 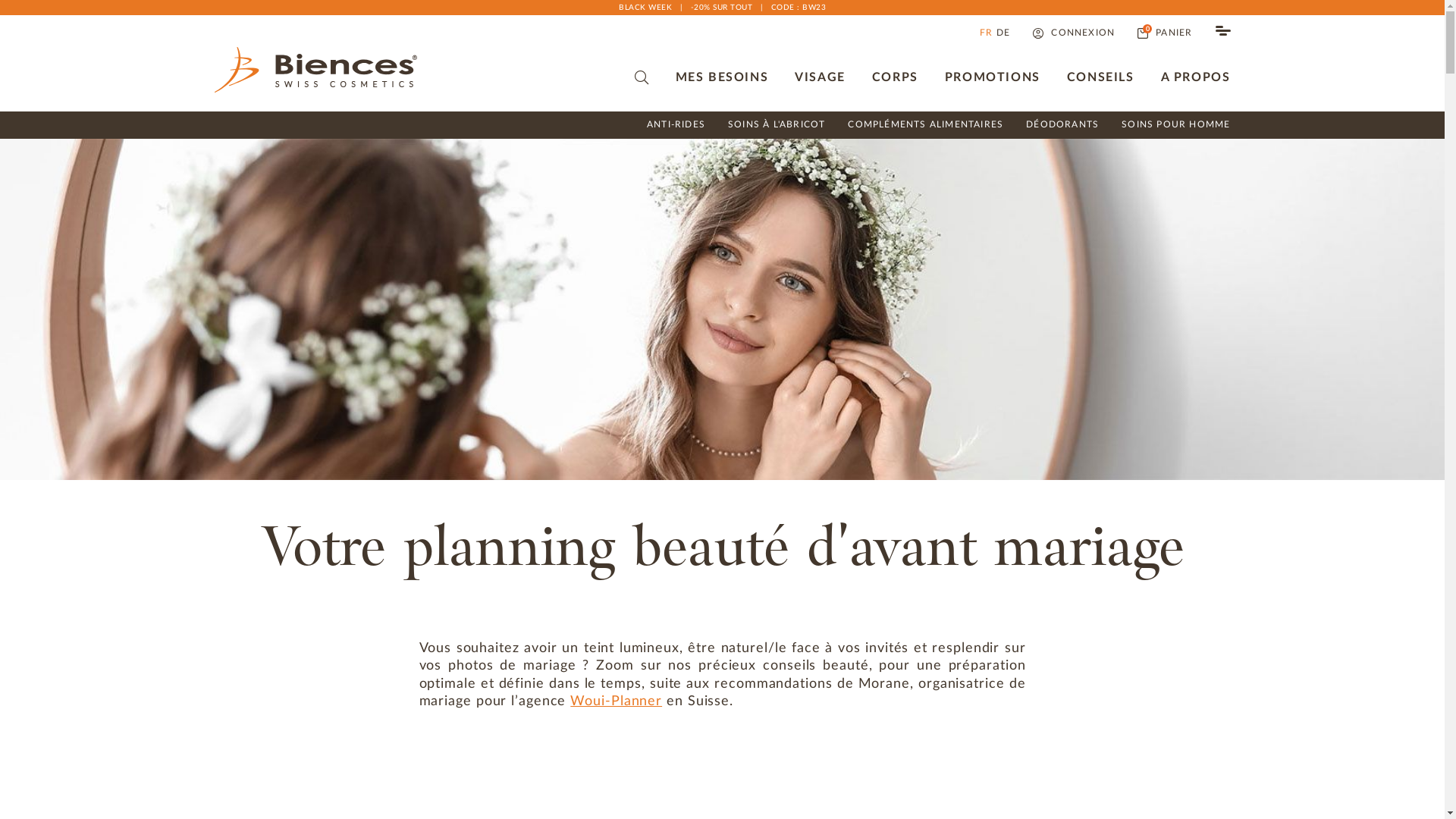 What do you see at coordinates (647, 124) in the screenshot?
I see `'ANTI-RIDES'` at bounding box center [647, 124].